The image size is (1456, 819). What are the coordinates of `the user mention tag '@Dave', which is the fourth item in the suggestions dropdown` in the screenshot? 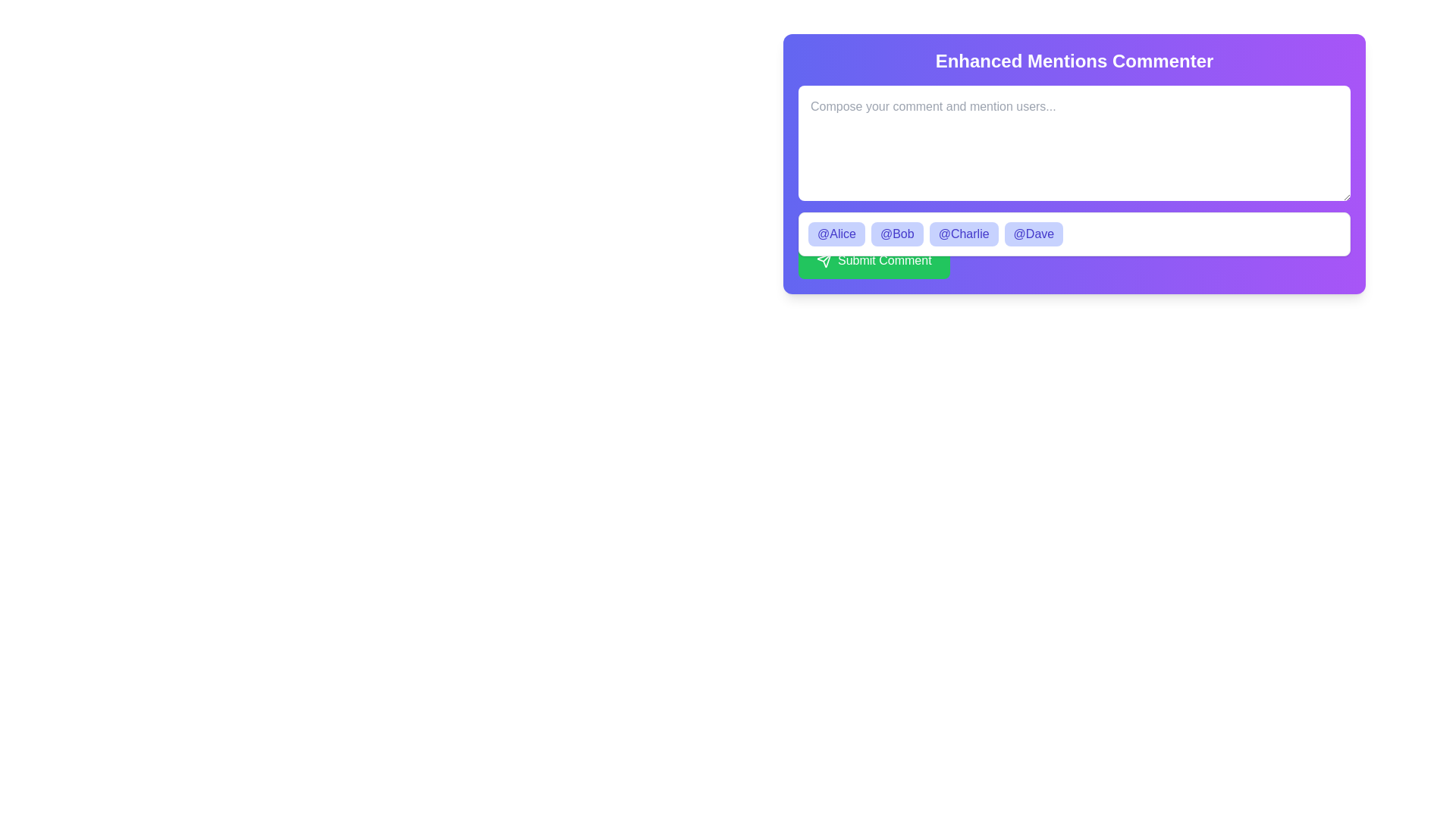 It's located at (1033, 234).